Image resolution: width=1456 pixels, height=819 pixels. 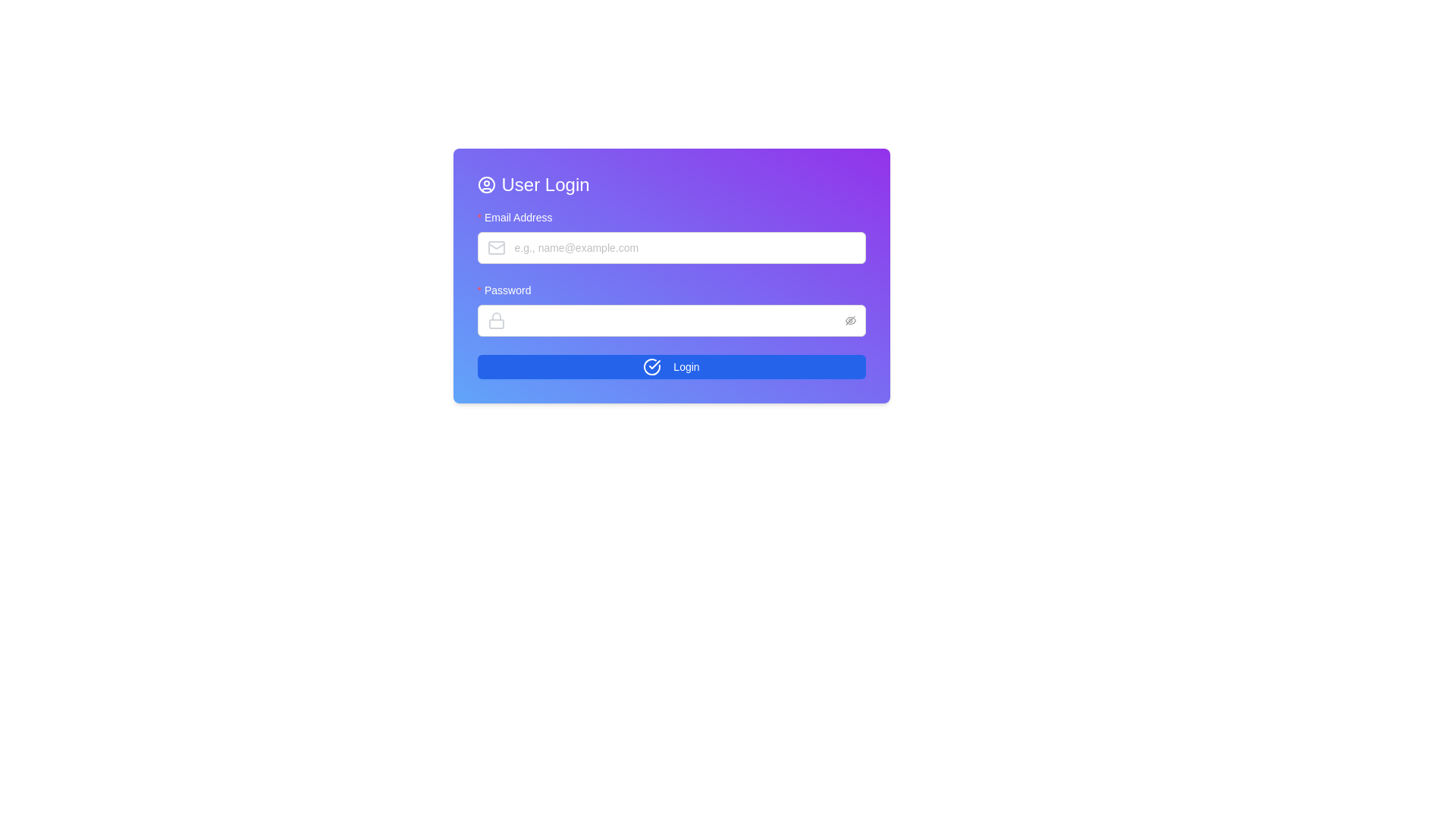 I want to click on the Text label that indicates the purpose of the adjacent input field for entering an email address, located near the top-left corner of the login panel, so click(x=519, y=217).